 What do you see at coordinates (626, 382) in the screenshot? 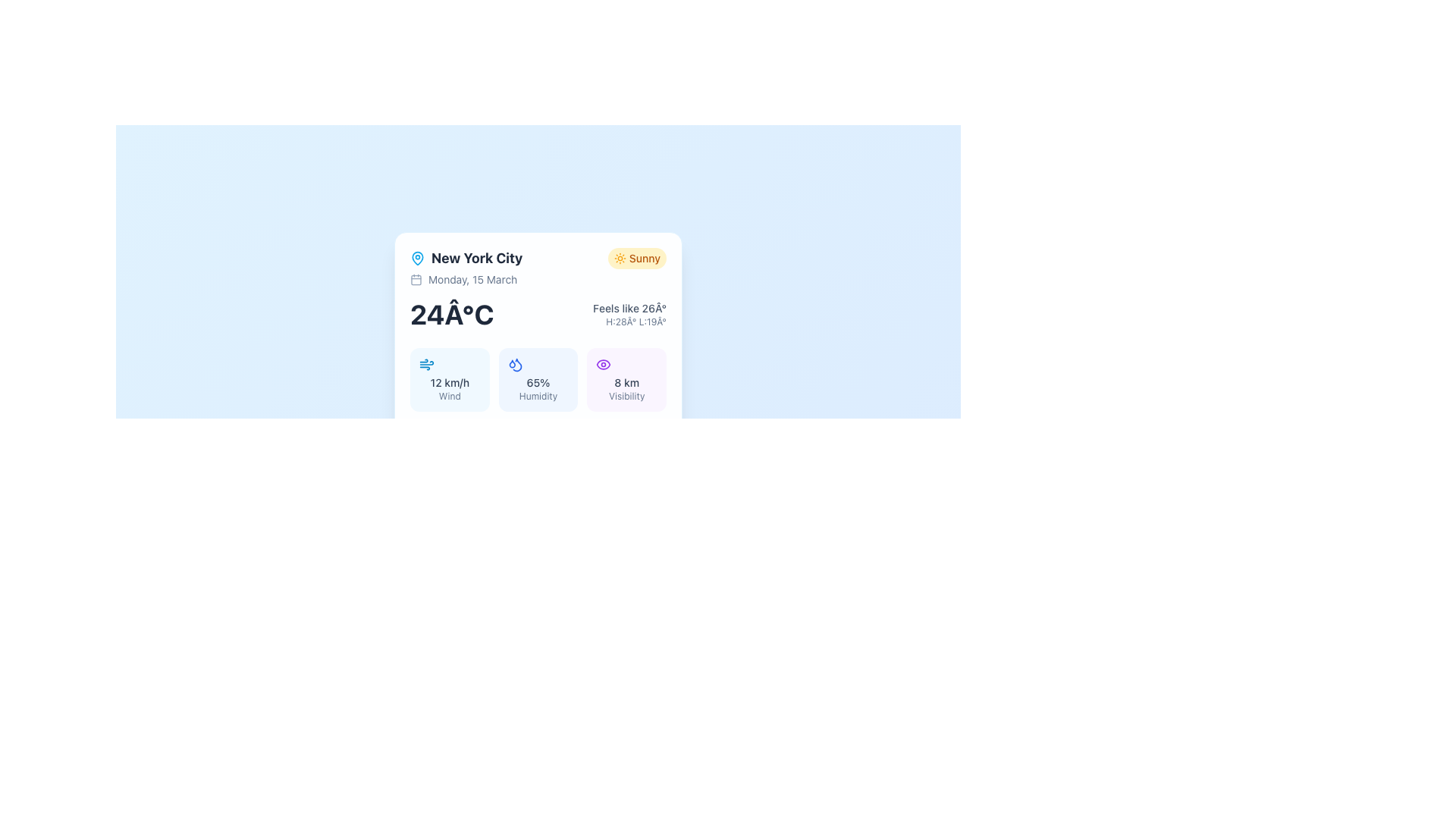
I see `the static label displaying visibility distance in kilometers, located below the eye icon and above the 'Visibility' label` at bounding box center [626, 382].